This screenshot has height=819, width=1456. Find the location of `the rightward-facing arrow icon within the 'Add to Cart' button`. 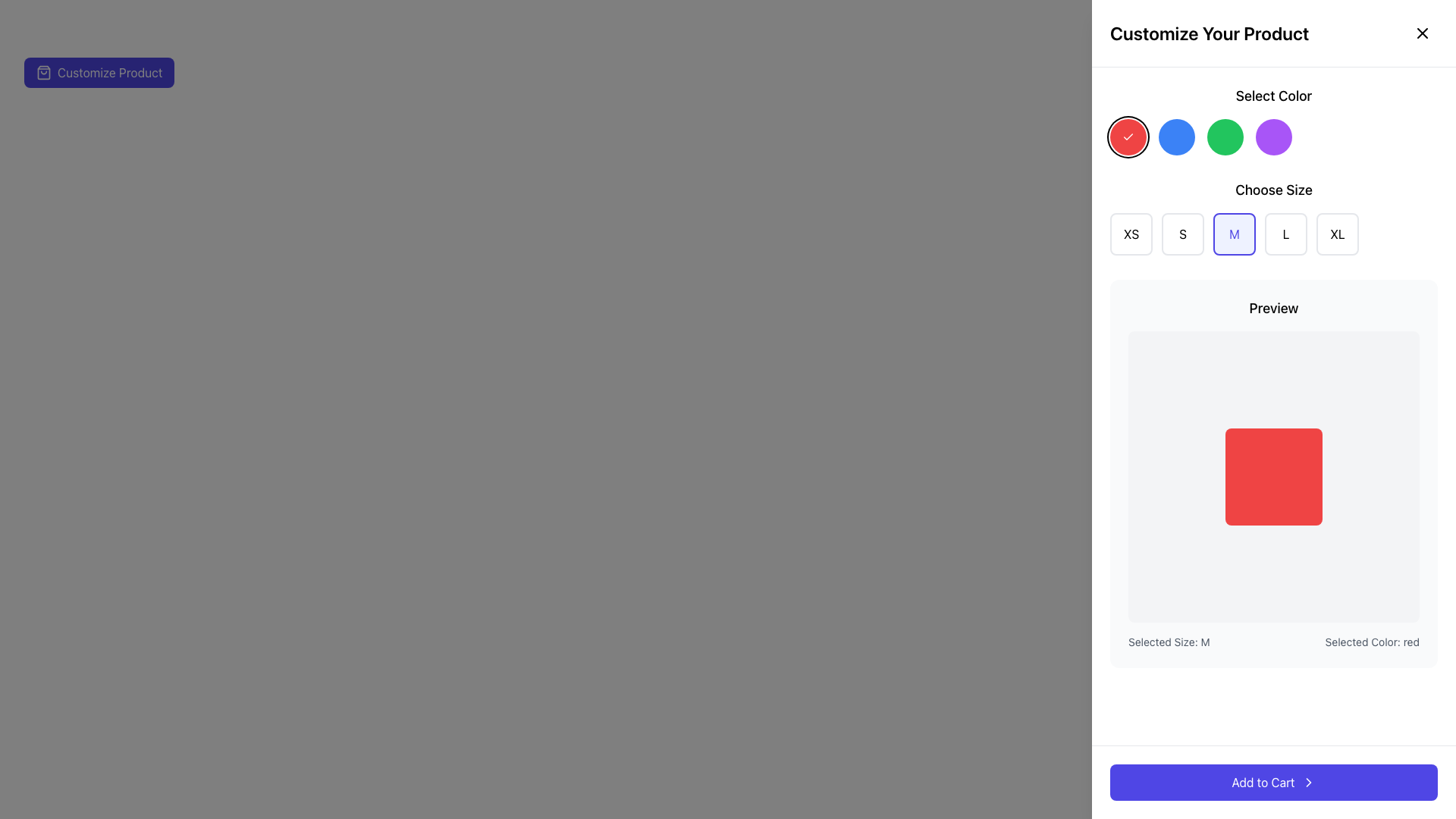

the rightward-facing arrow icon within the 'Add to Cart' button is located at coordinates (1307, 783).